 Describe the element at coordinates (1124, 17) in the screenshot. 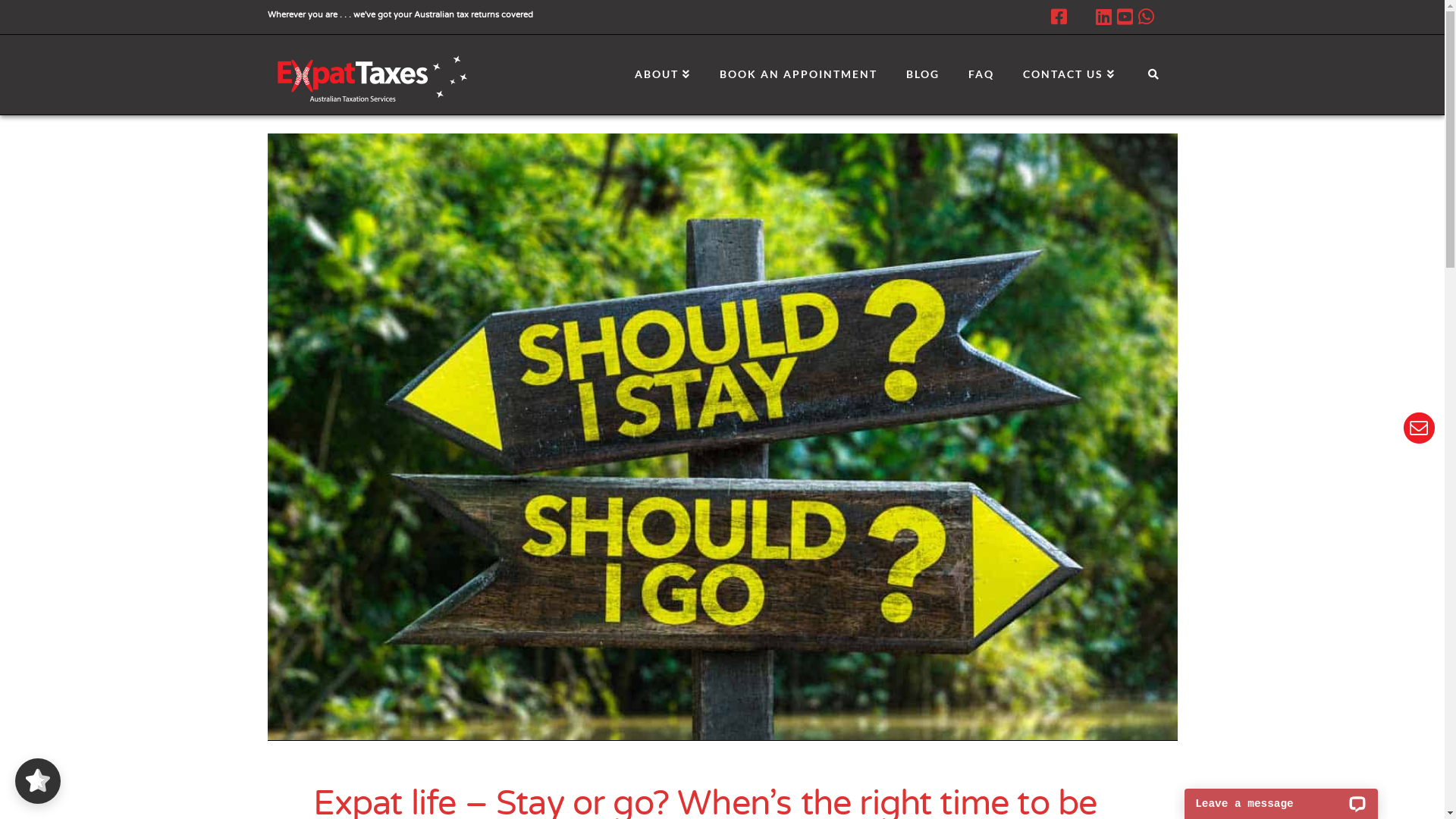

I see `'YouTube'` at that location.